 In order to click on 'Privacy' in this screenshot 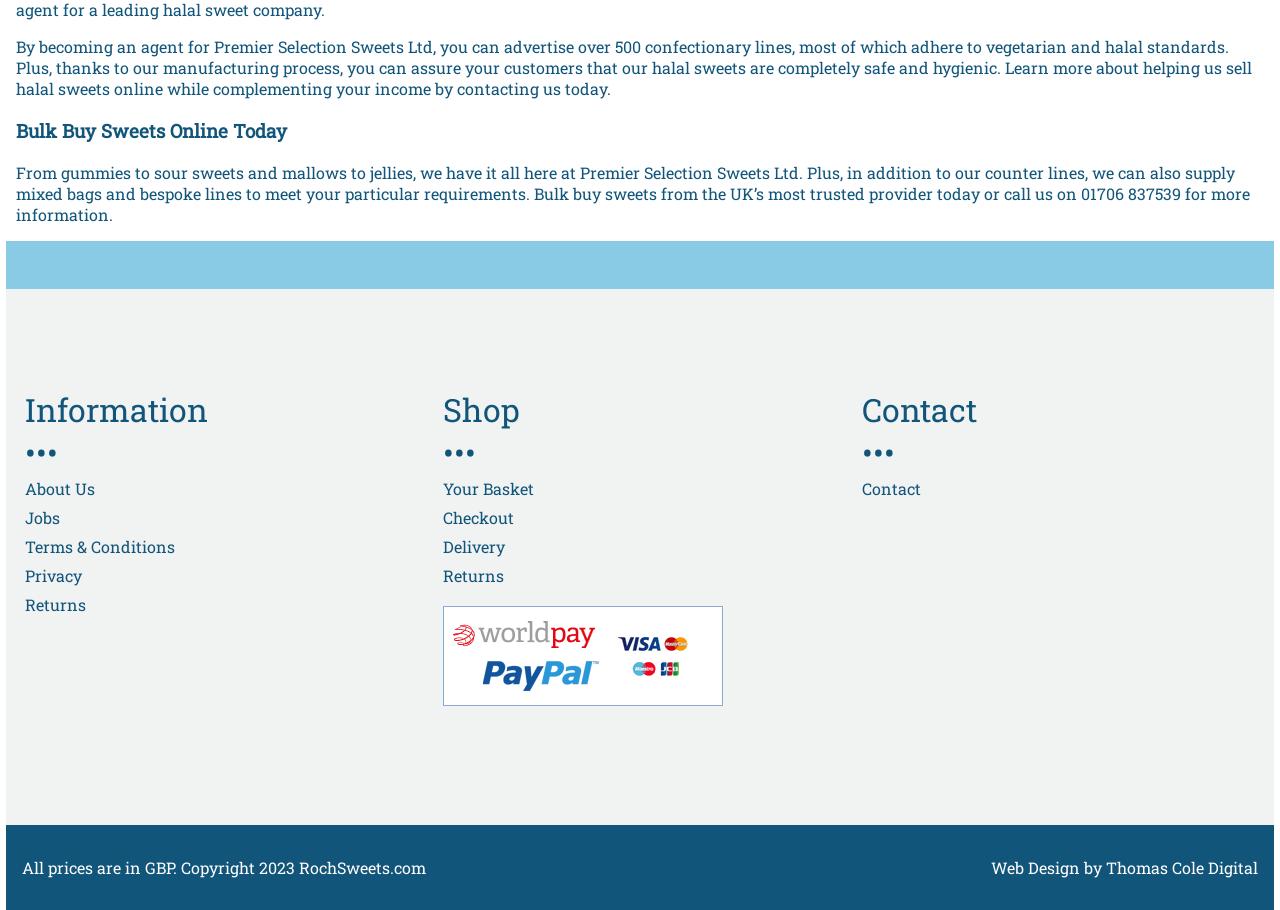, I will do `click(53, 574)`.